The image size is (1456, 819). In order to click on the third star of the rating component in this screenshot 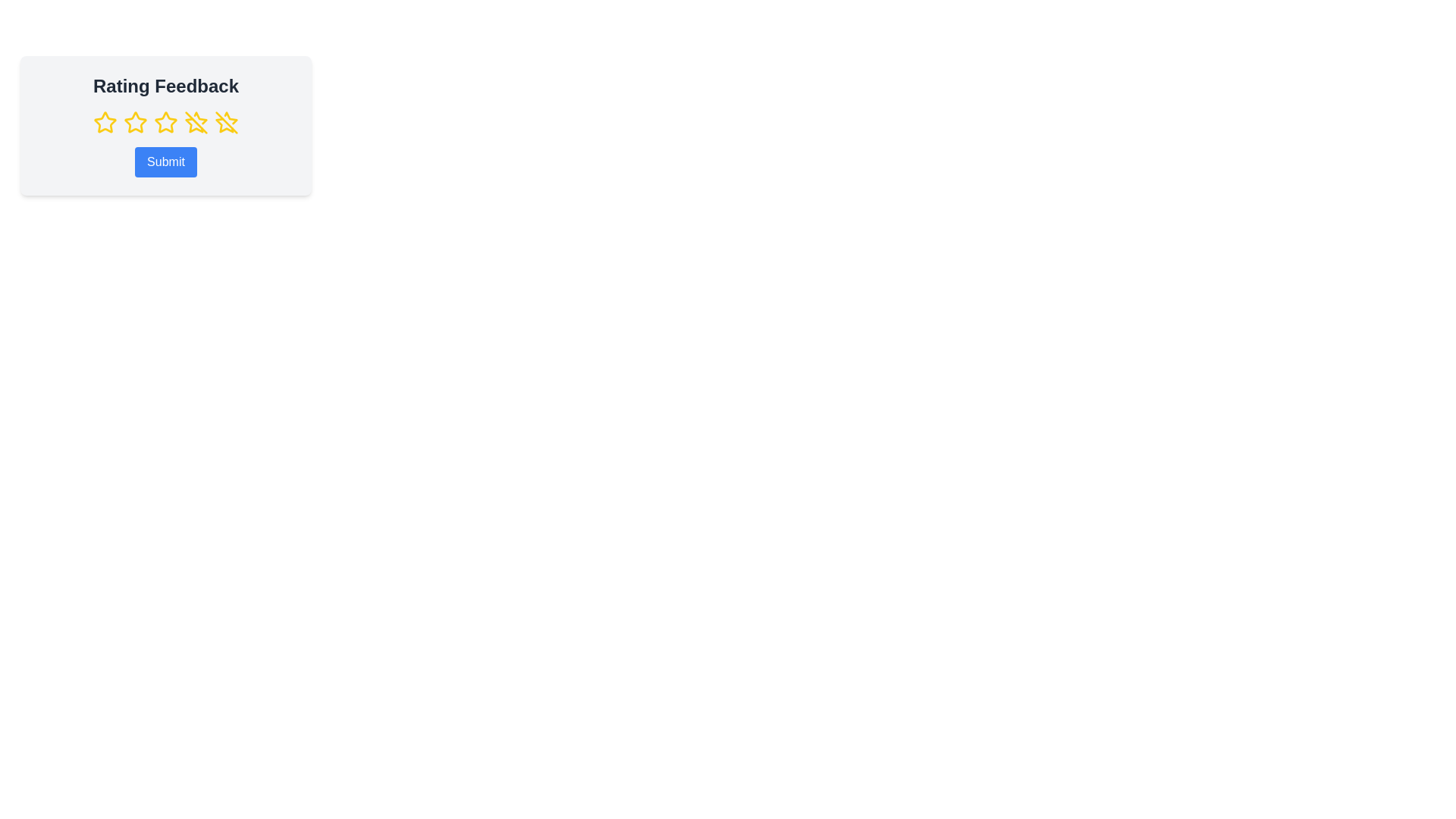, I will do `click(166, 122)`.